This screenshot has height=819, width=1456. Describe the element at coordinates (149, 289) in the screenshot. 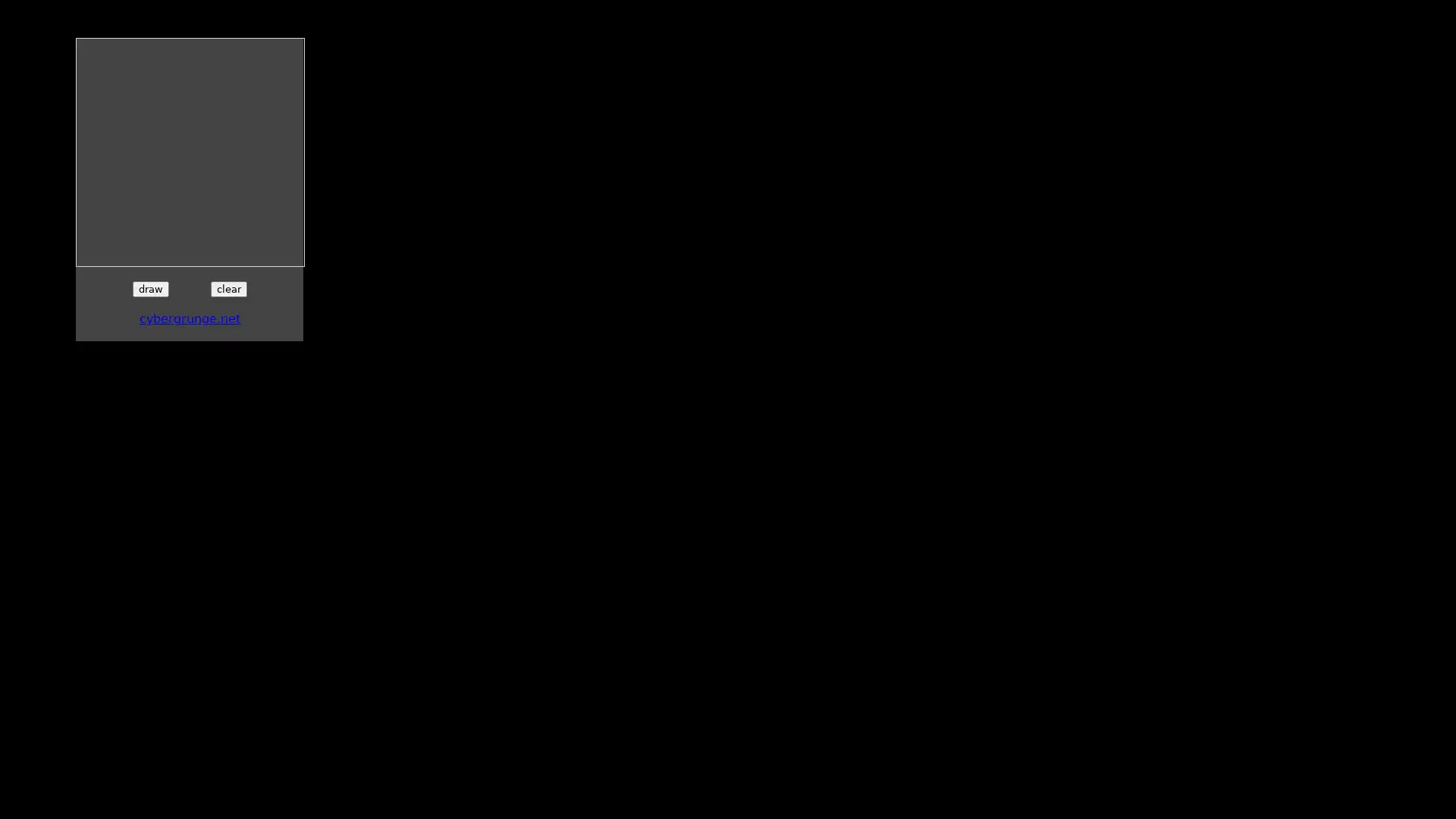

I see `draw` at that location.